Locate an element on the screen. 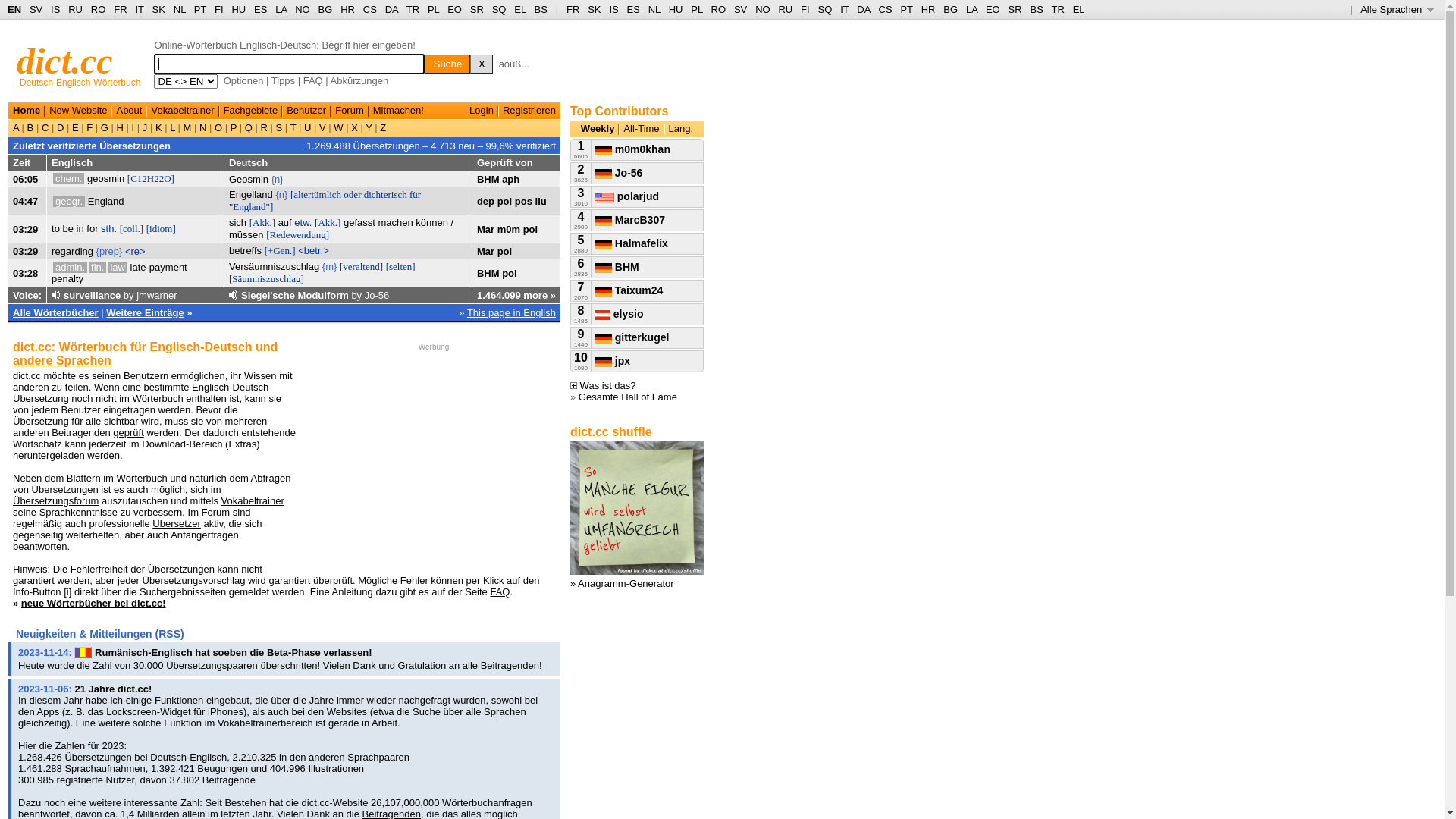 This screenshot has width=1456, height=819. 'All-Time' is located at coordinates (641, 127).